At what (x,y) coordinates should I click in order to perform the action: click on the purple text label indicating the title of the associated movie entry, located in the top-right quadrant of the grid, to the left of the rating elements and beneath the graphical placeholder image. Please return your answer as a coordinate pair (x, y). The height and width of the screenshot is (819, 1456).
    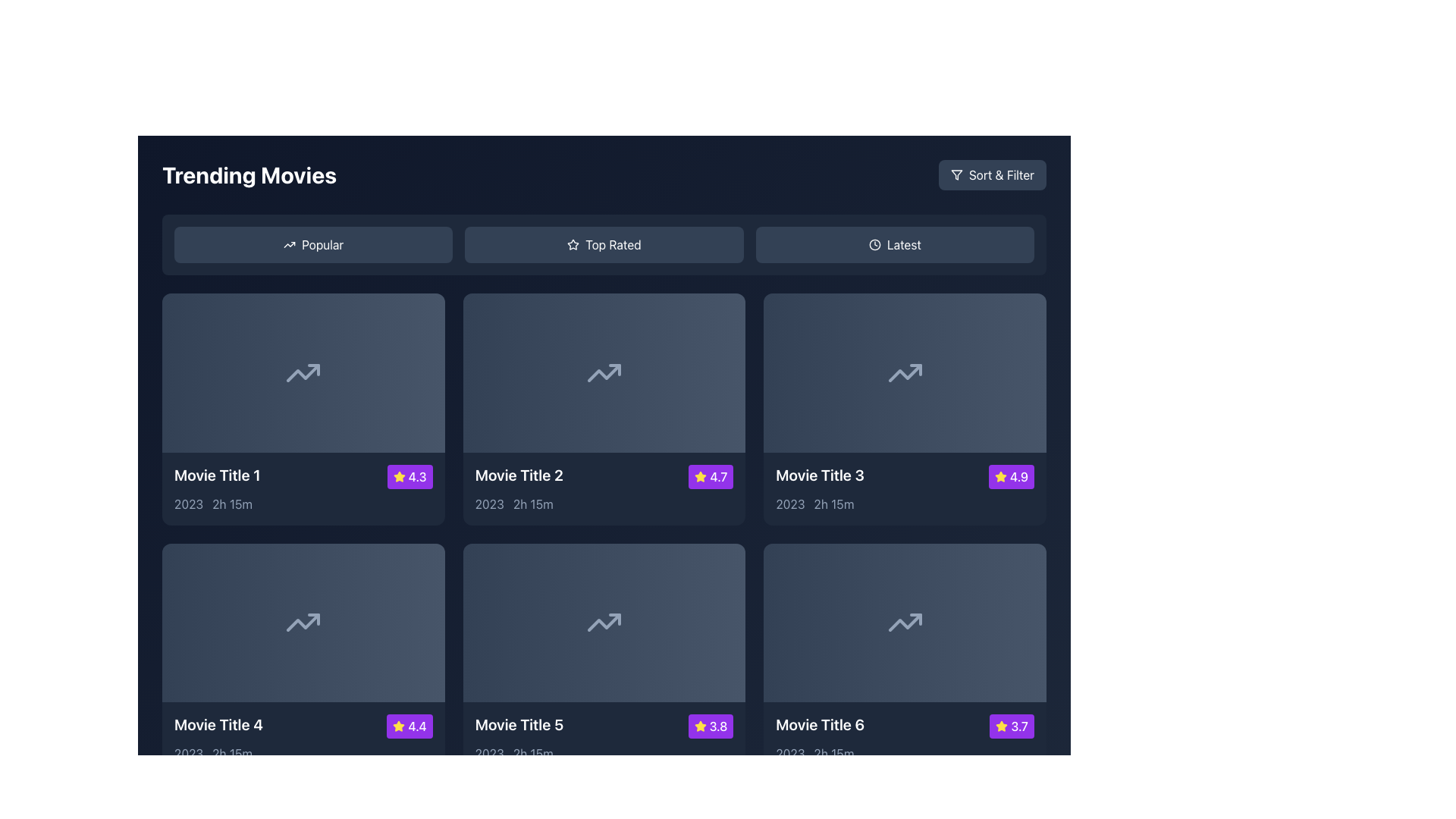
    Looking at the image, I should click on (819, 474).